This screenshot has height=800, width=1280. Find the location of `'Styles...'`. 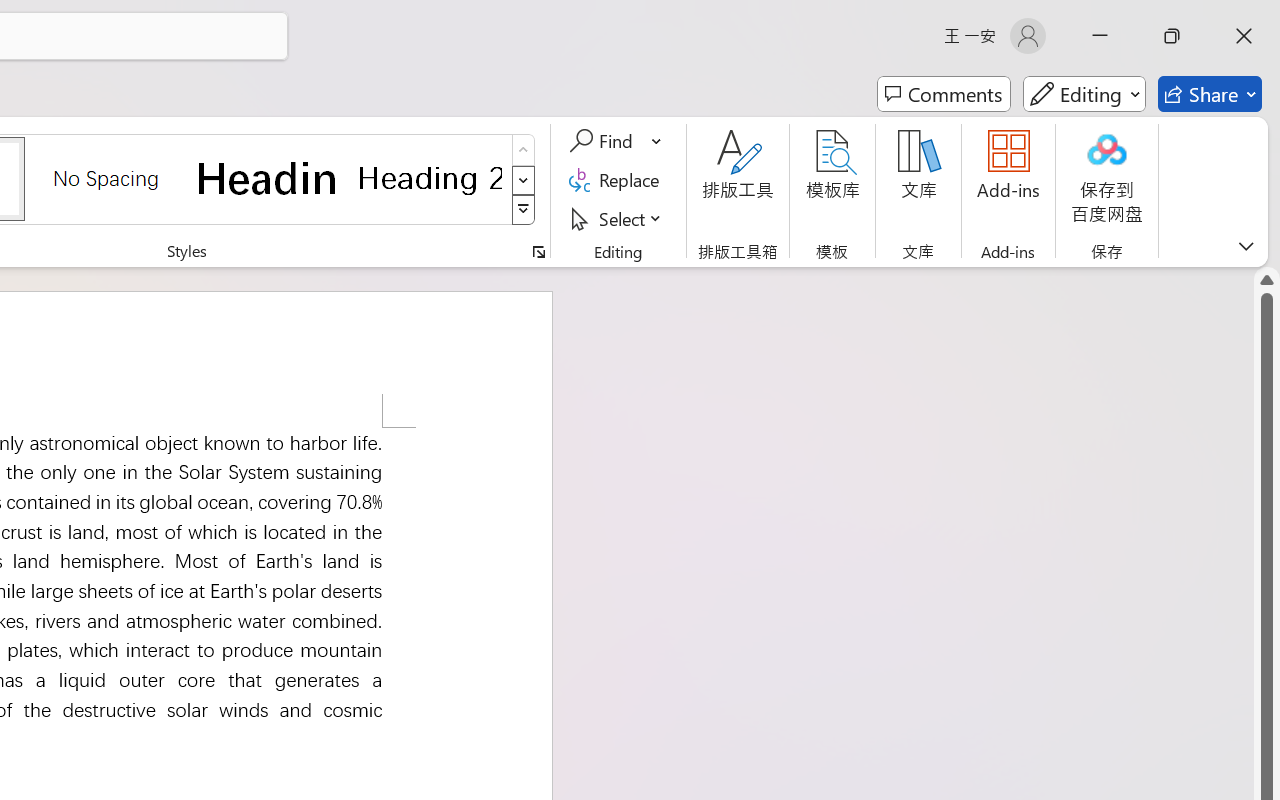

'Styles...' is located at coordinates (538, 251).